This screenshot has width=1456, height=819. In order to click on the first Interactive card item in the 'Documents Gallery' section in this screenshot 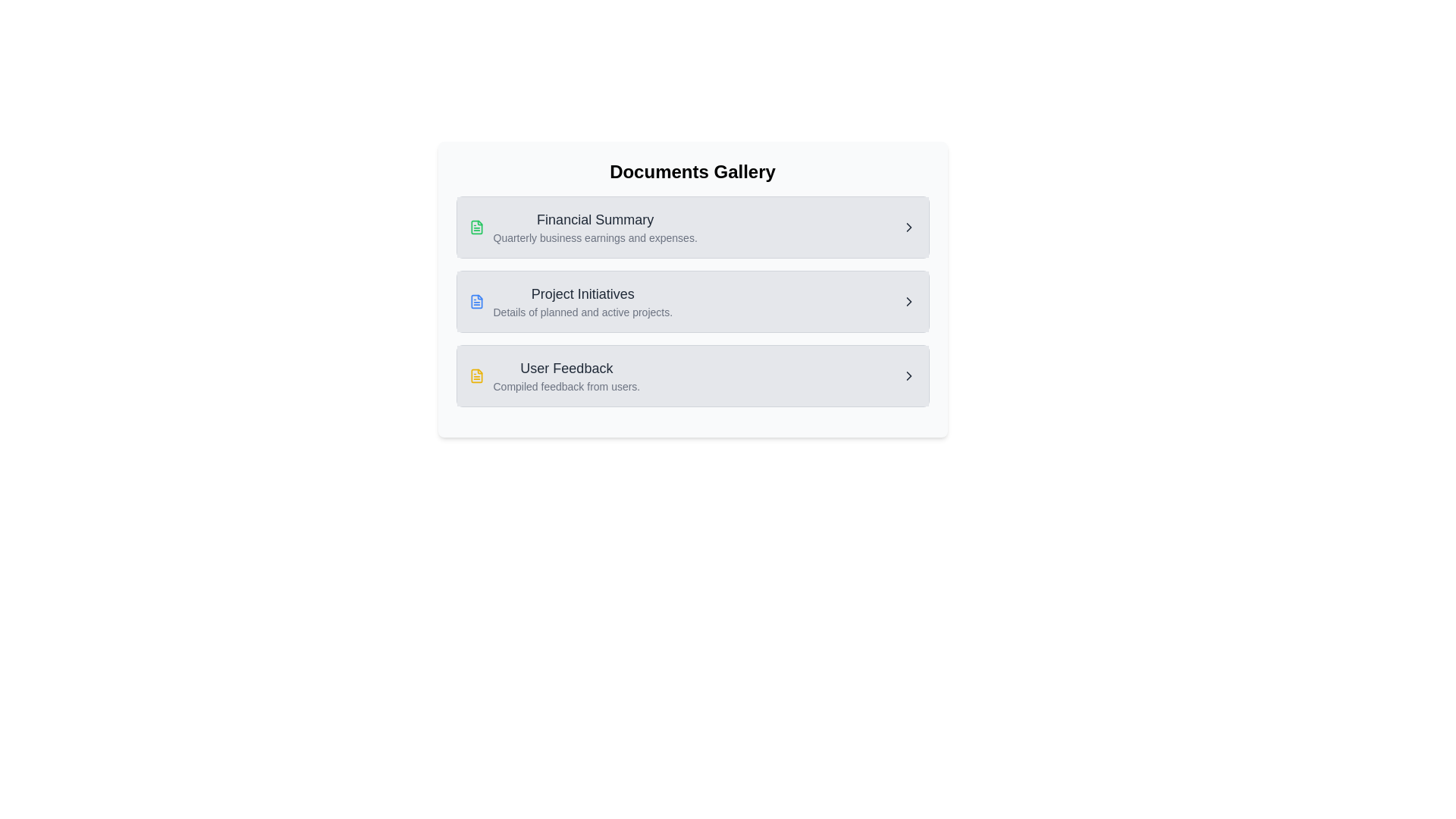, I will do `click(692, 227)`.